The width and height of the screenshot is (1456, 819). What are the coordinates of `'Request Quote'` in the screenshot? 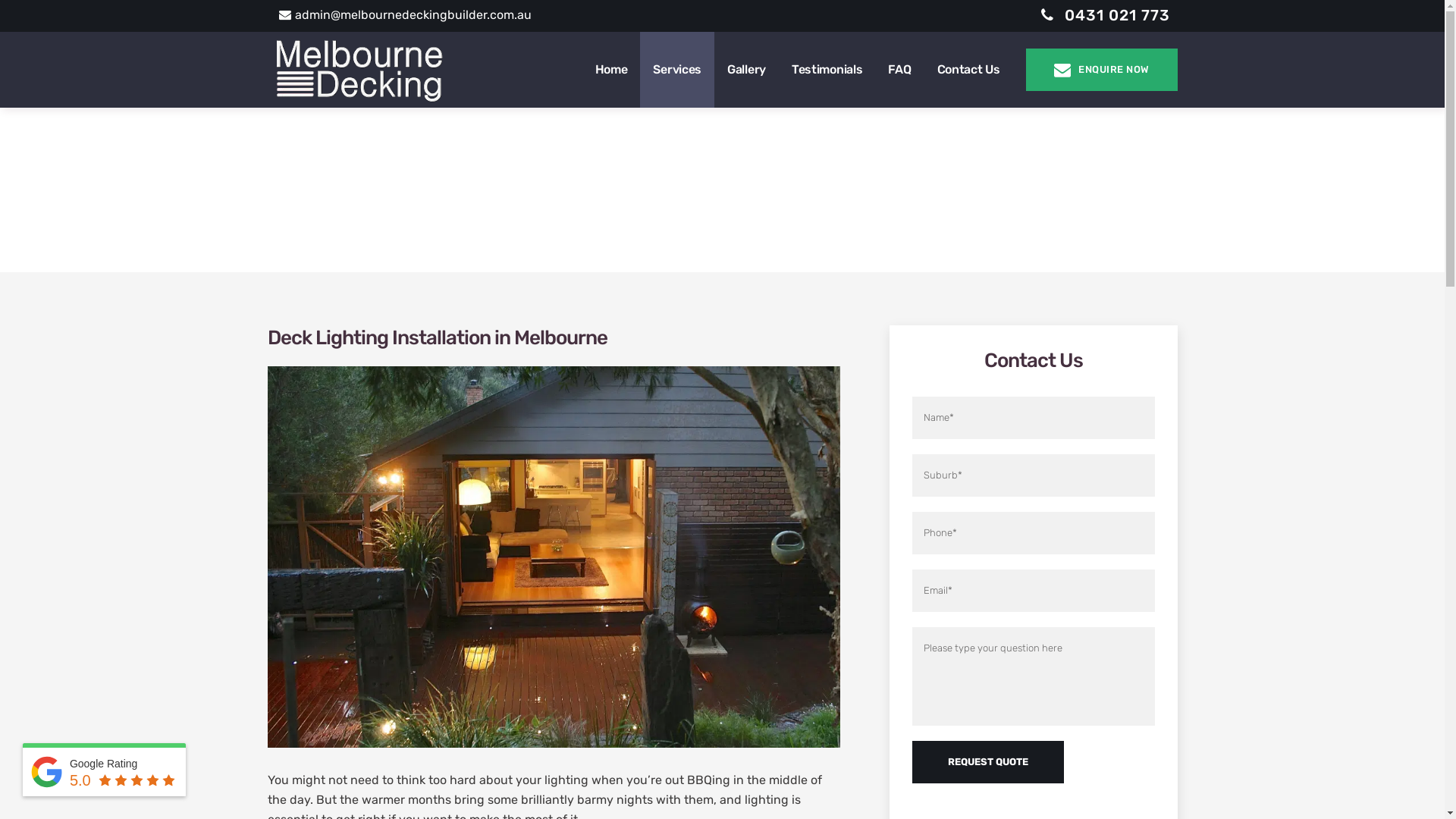 It's located at (910, 762).